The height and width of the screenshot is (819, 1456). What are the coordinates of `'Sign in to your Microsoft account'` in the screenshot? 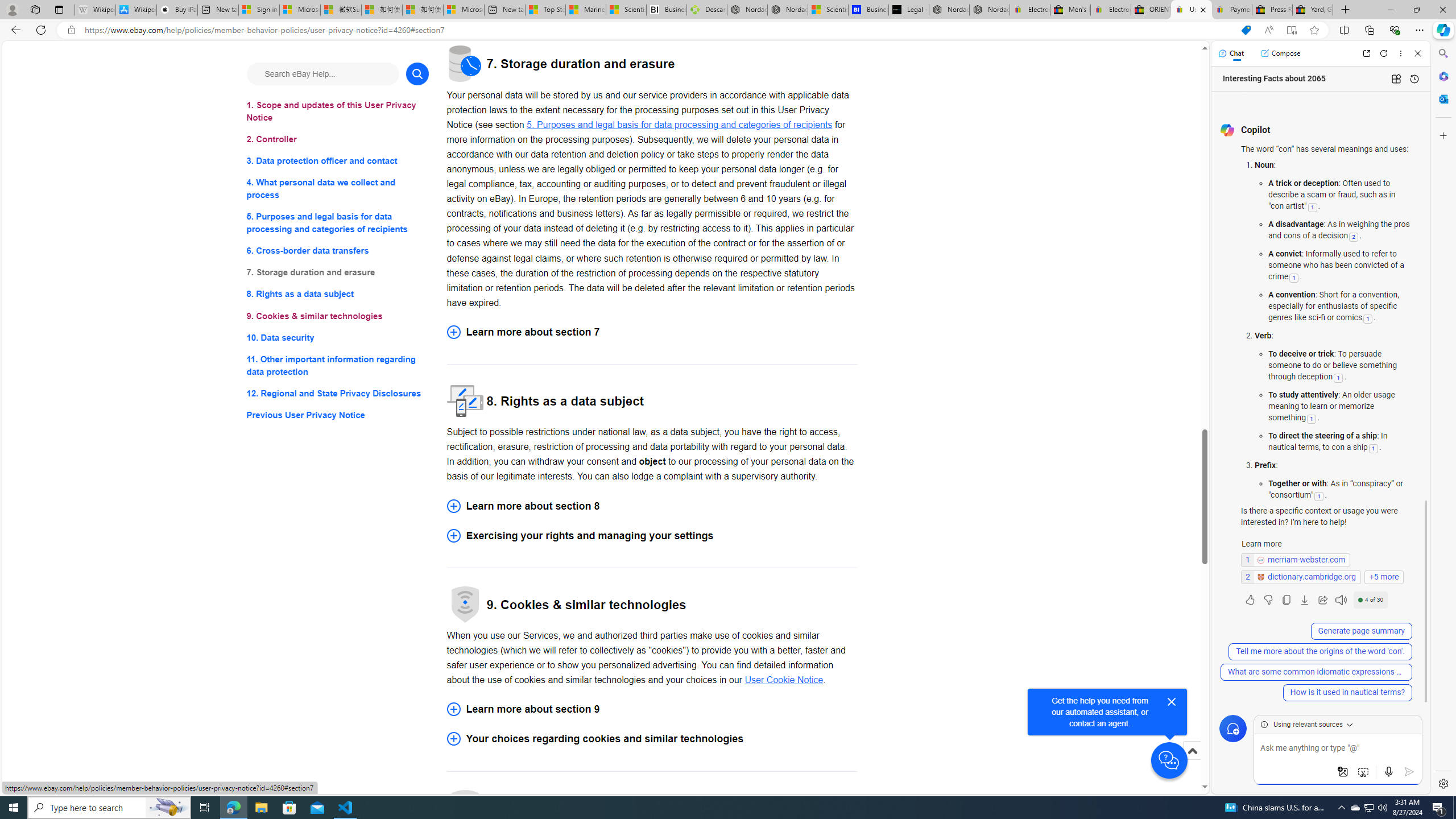 It's located at (258, 9).